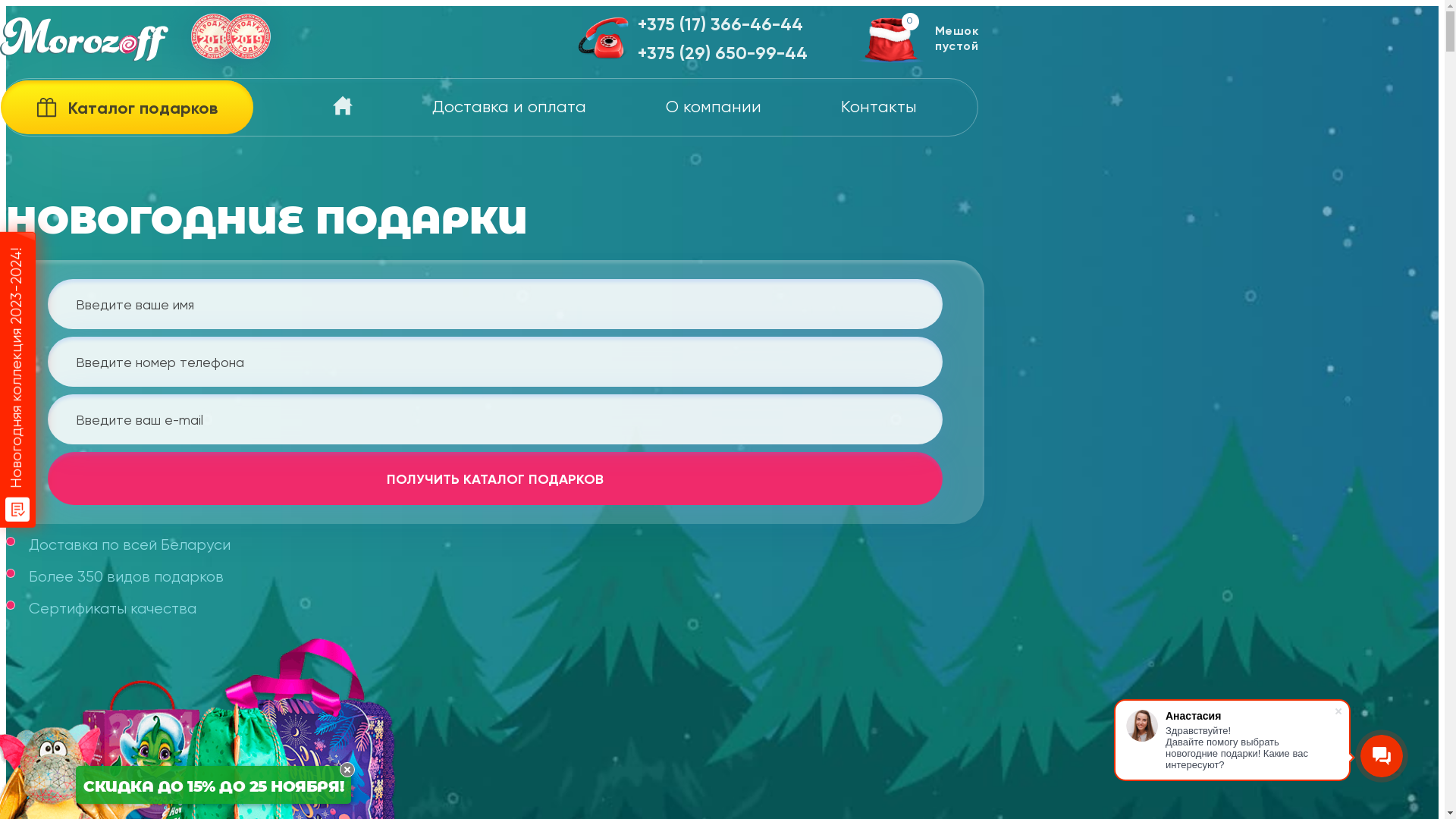  What do you see at coordinates (722, 53) in the screenshot?
I see `'+375 (29) 650-99-44'` at bounding box center [722, 53].